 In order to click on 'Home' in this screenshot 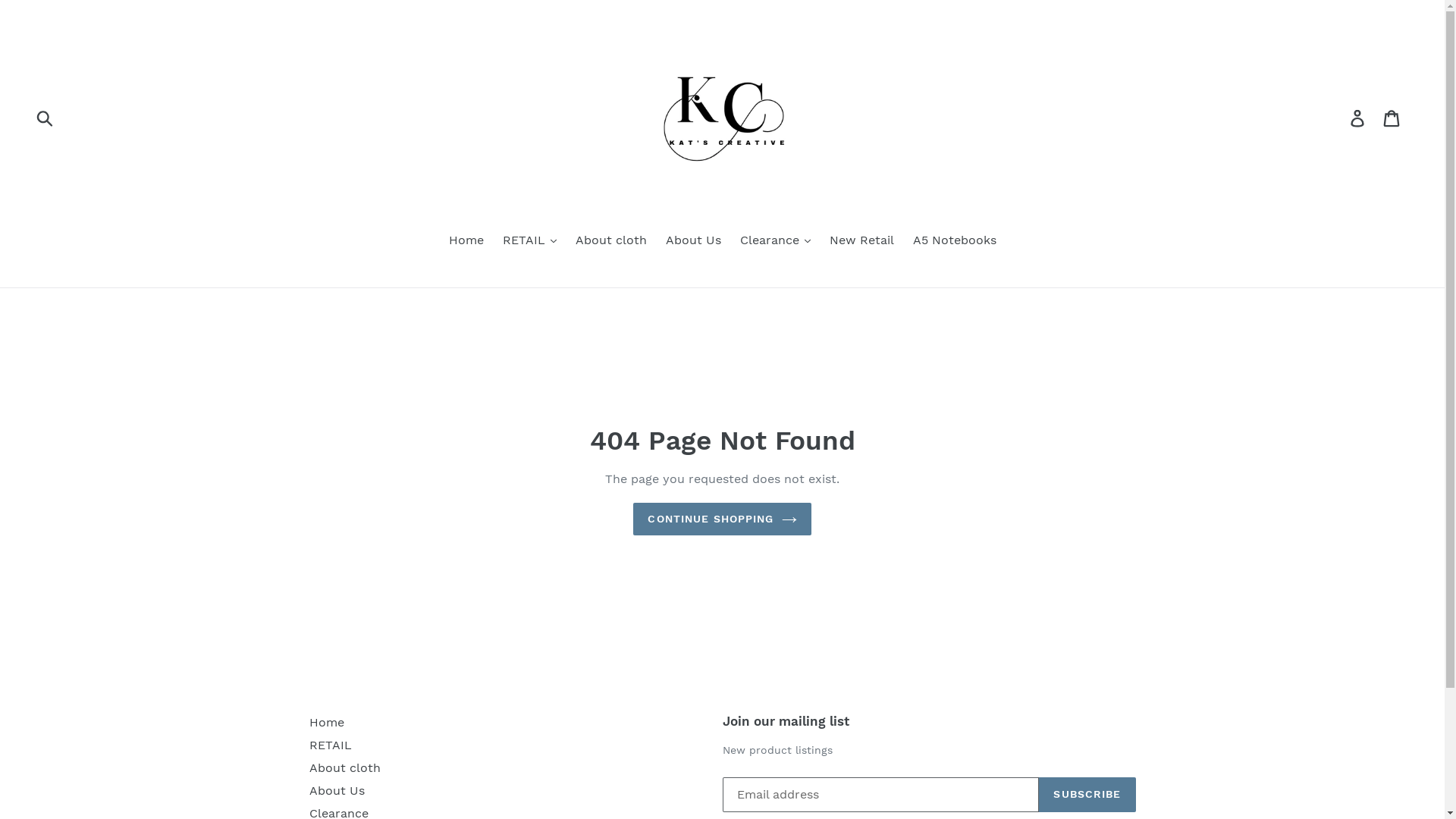, I will do `click(465, 240)`.